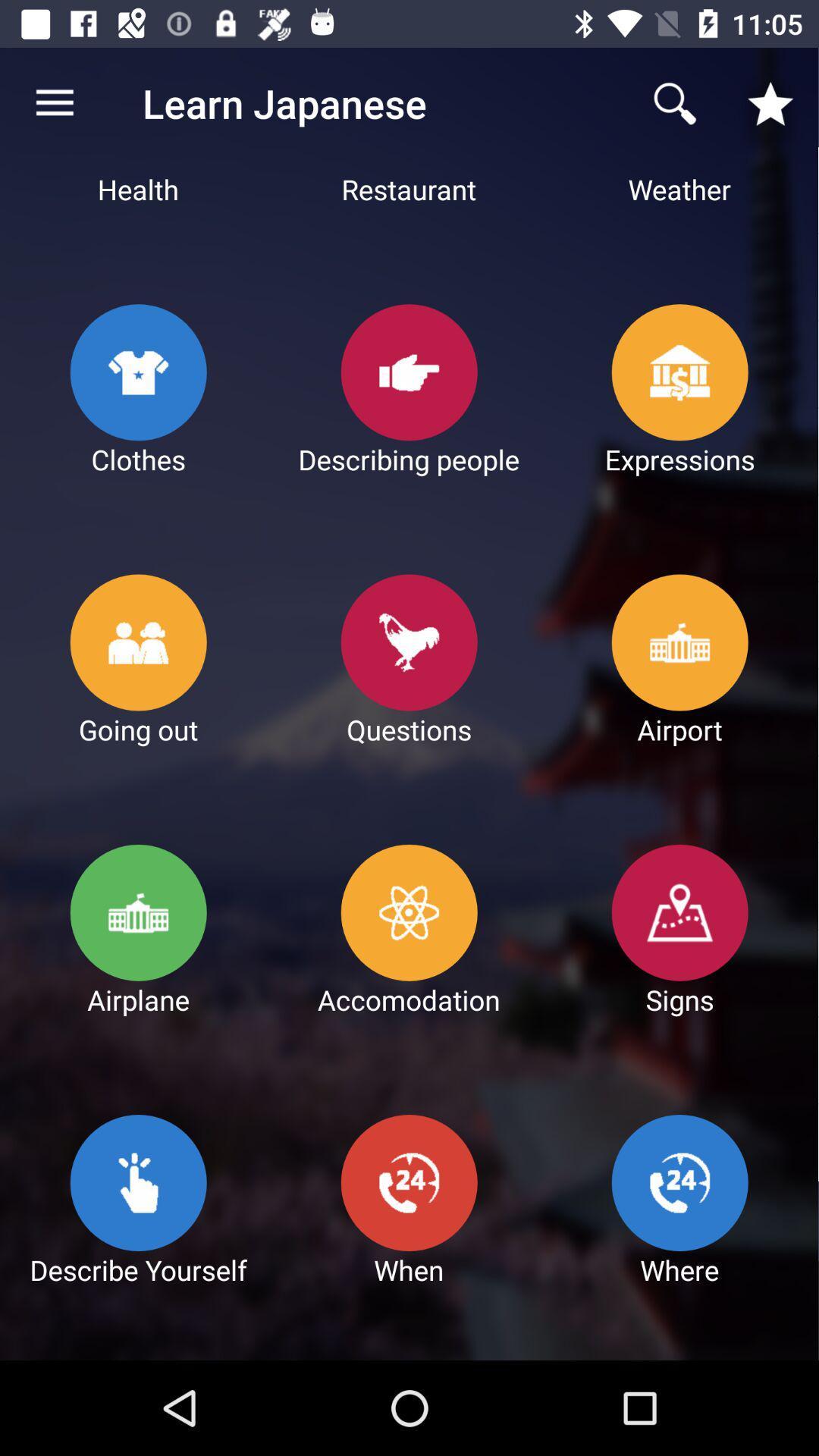  I want to click on image above clothes, so click(140, 372).